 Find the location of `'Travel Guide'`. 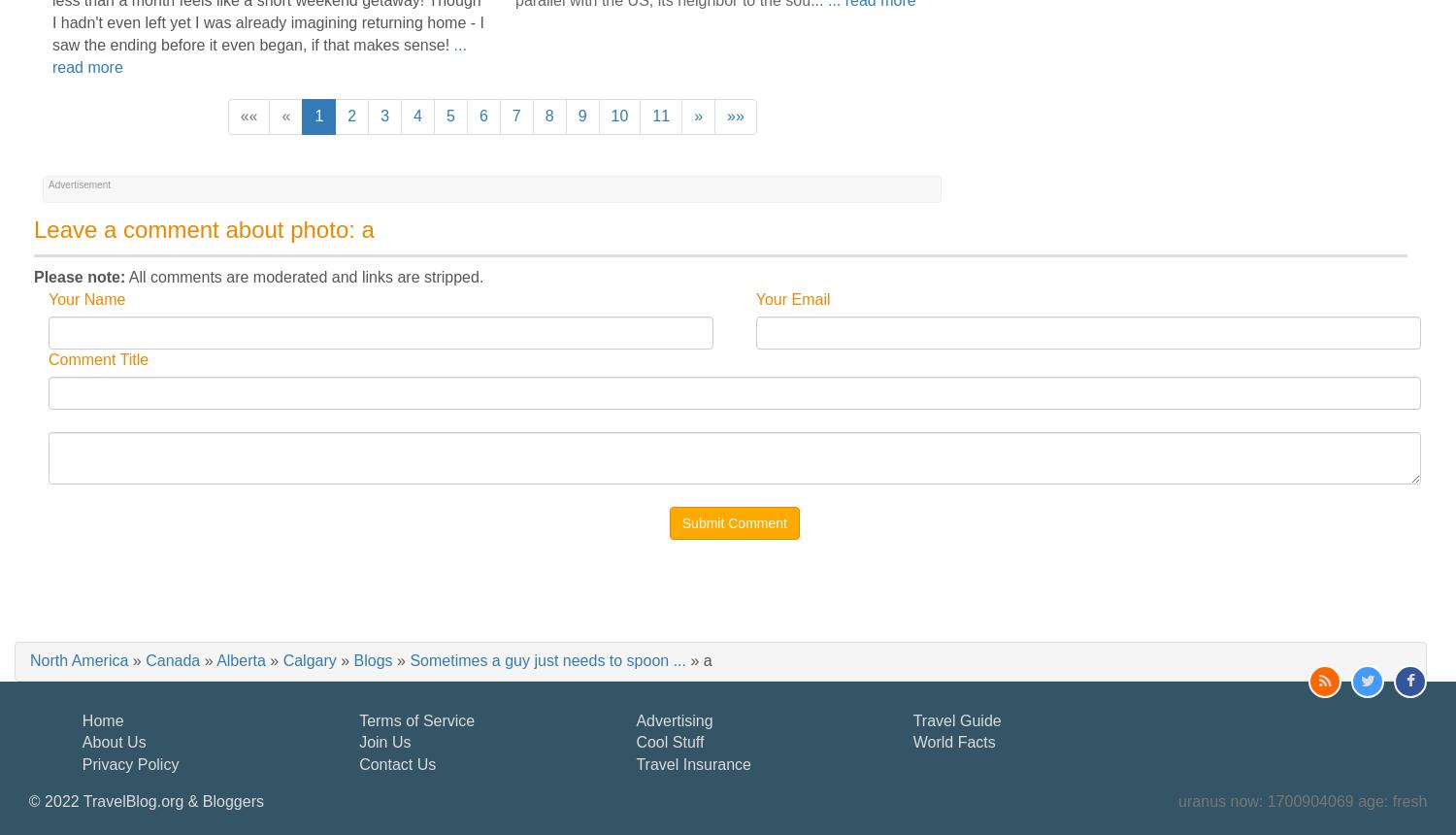

'Travel Guide' is located at coordinates (911, 718).